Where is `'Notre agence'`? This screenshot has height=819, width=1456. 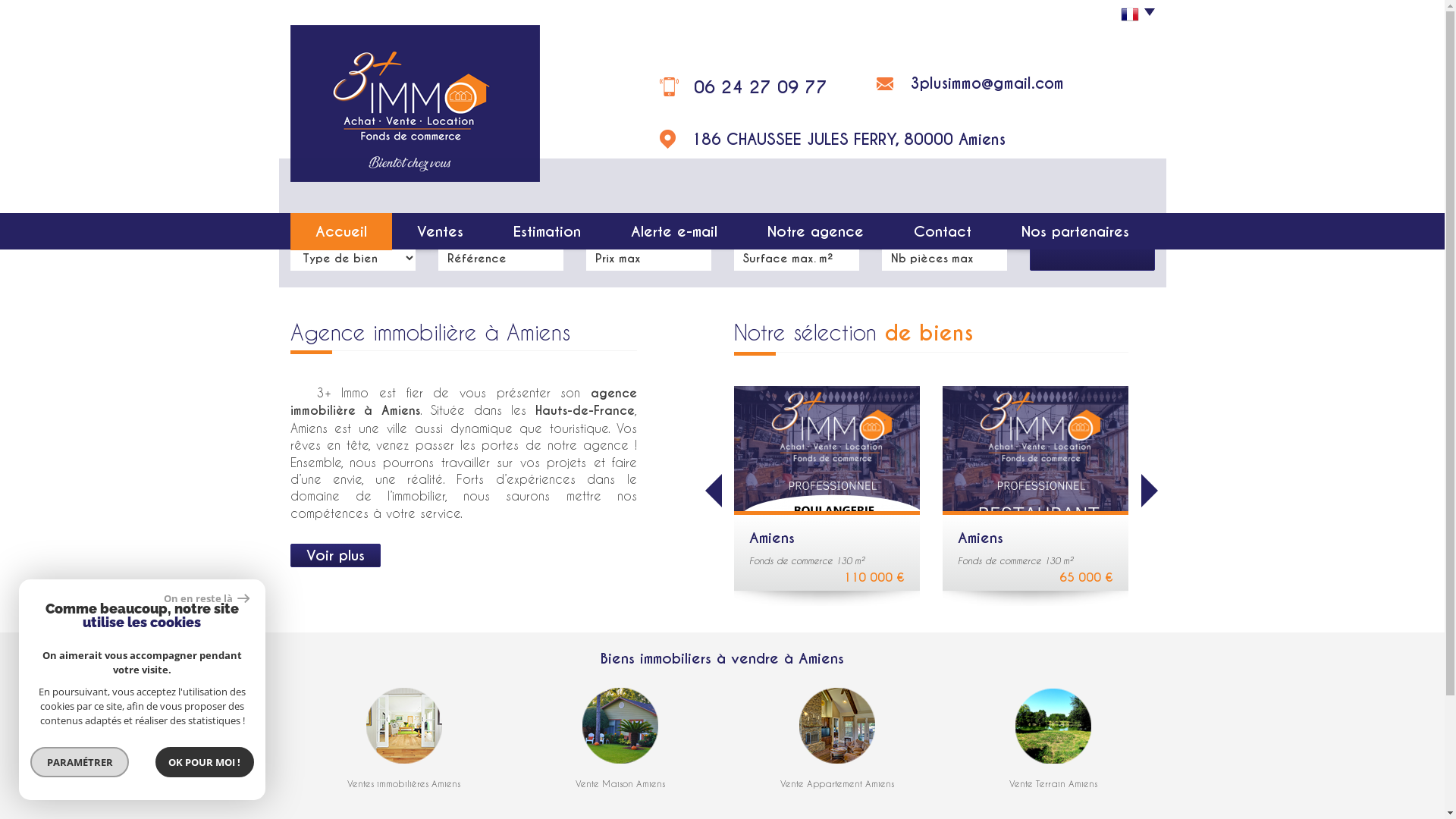 'Notre agence' is located at coordinates (814, 231).